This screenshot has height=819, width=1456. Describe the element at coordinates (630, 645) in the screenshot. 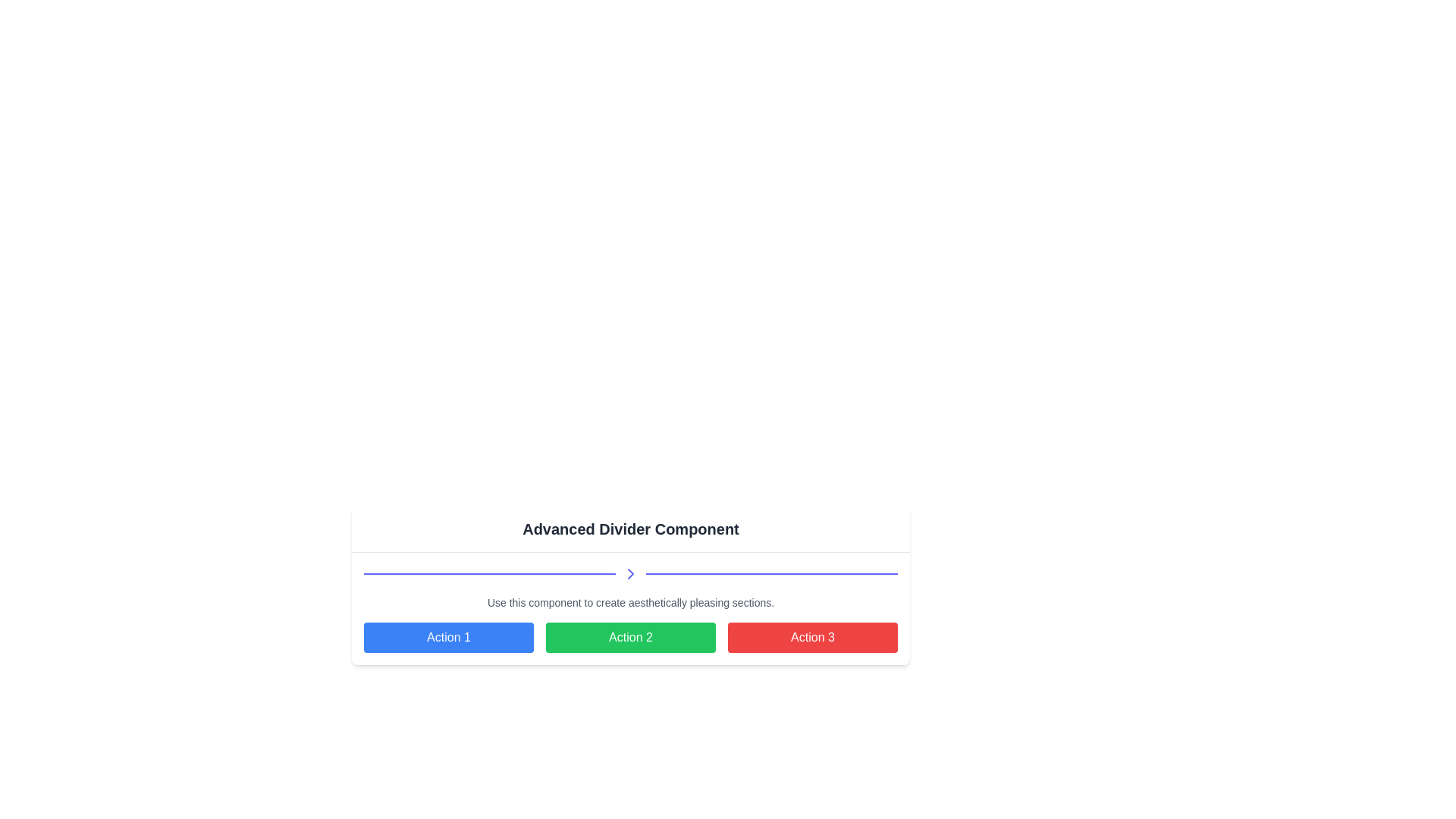

I see `the middle button in the 'Advanced Divider Component'` at that location.